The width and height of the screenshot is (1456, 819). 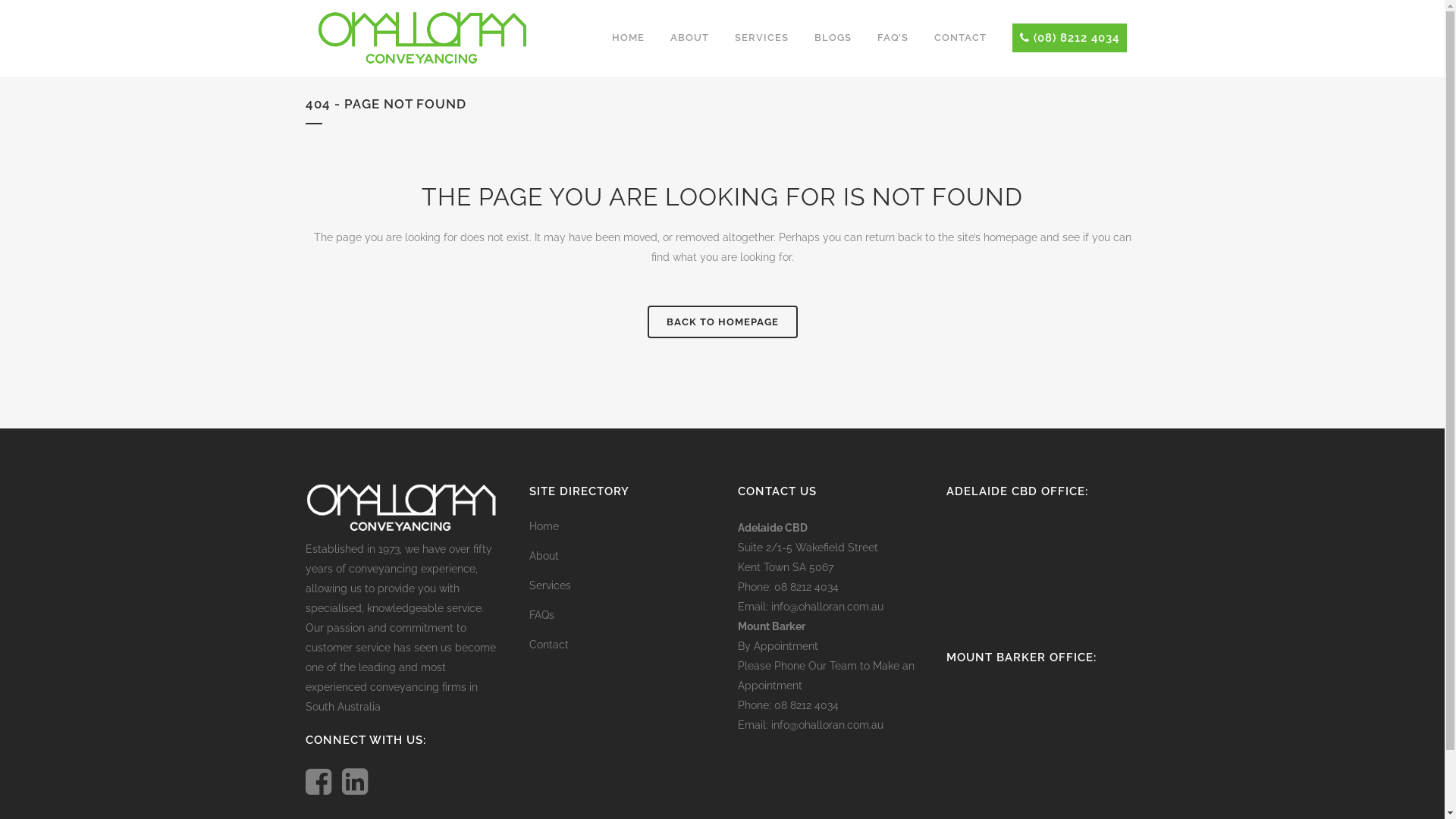 I want to click on 'HOME', so click(x=628, y=37).